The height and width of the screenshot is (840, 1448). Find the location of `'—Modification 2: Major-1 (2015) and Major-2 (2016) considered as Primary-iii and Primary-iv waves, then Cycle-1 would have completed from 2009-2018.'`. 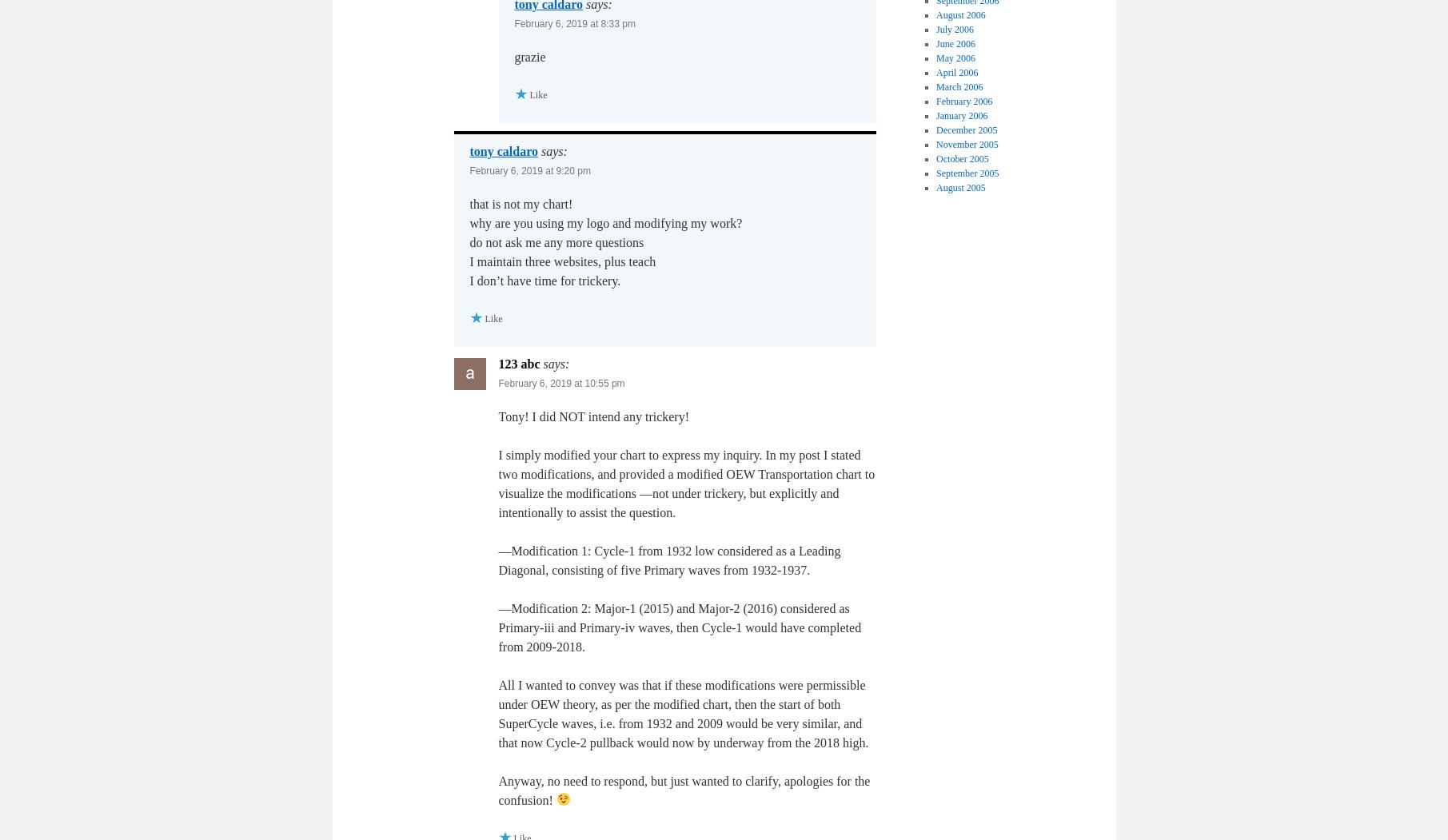

'—Modification 2: Major-1 (2015) and Major-2 (2016) considered as Primary-iii and Primary-iv waves, then Cycle-1 would have completed from 2009-2018.' is located at coordinates (680, 626).